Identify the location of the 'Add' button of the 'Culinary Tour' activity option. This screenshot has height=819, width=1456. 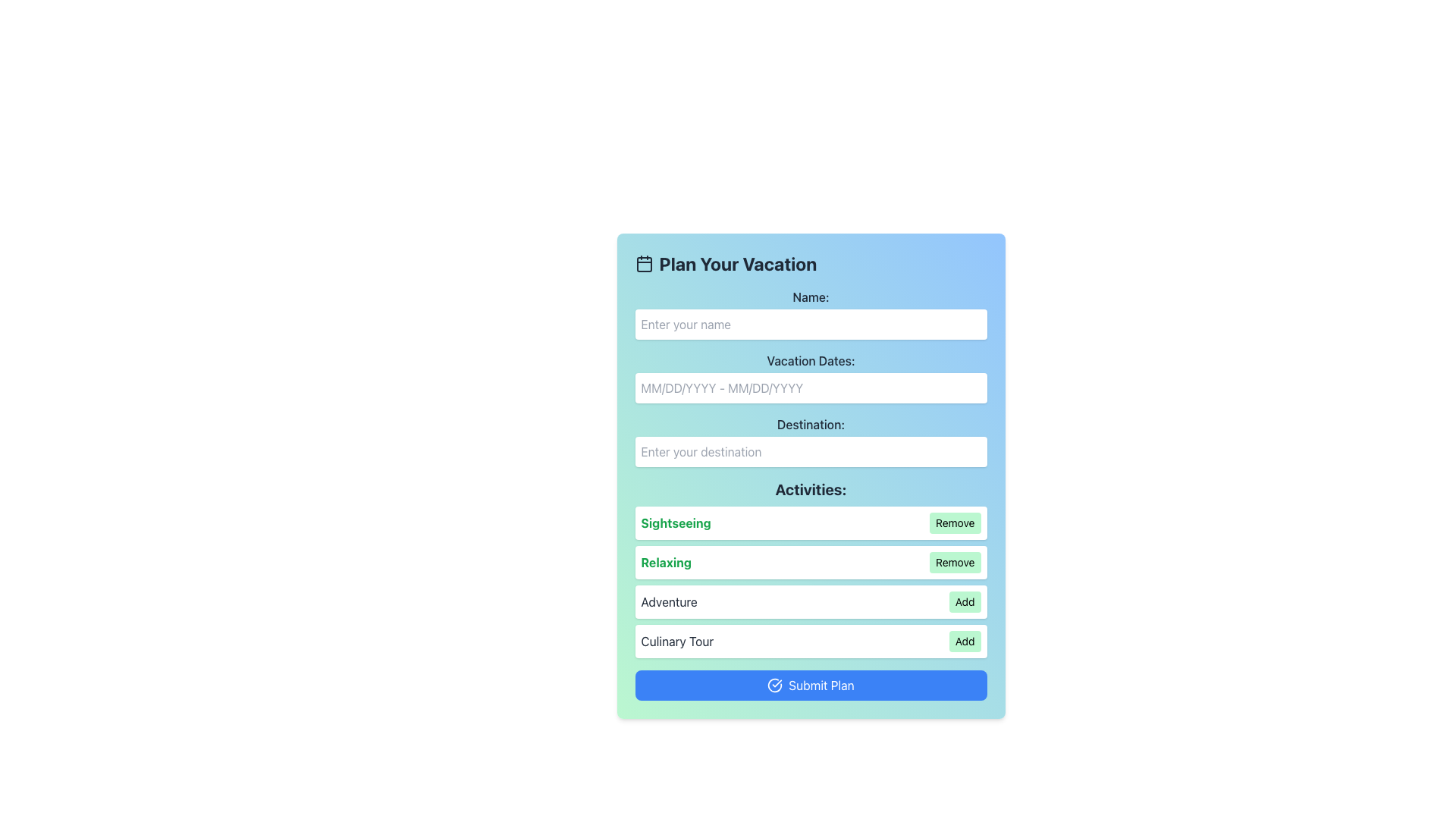
(810, 641).